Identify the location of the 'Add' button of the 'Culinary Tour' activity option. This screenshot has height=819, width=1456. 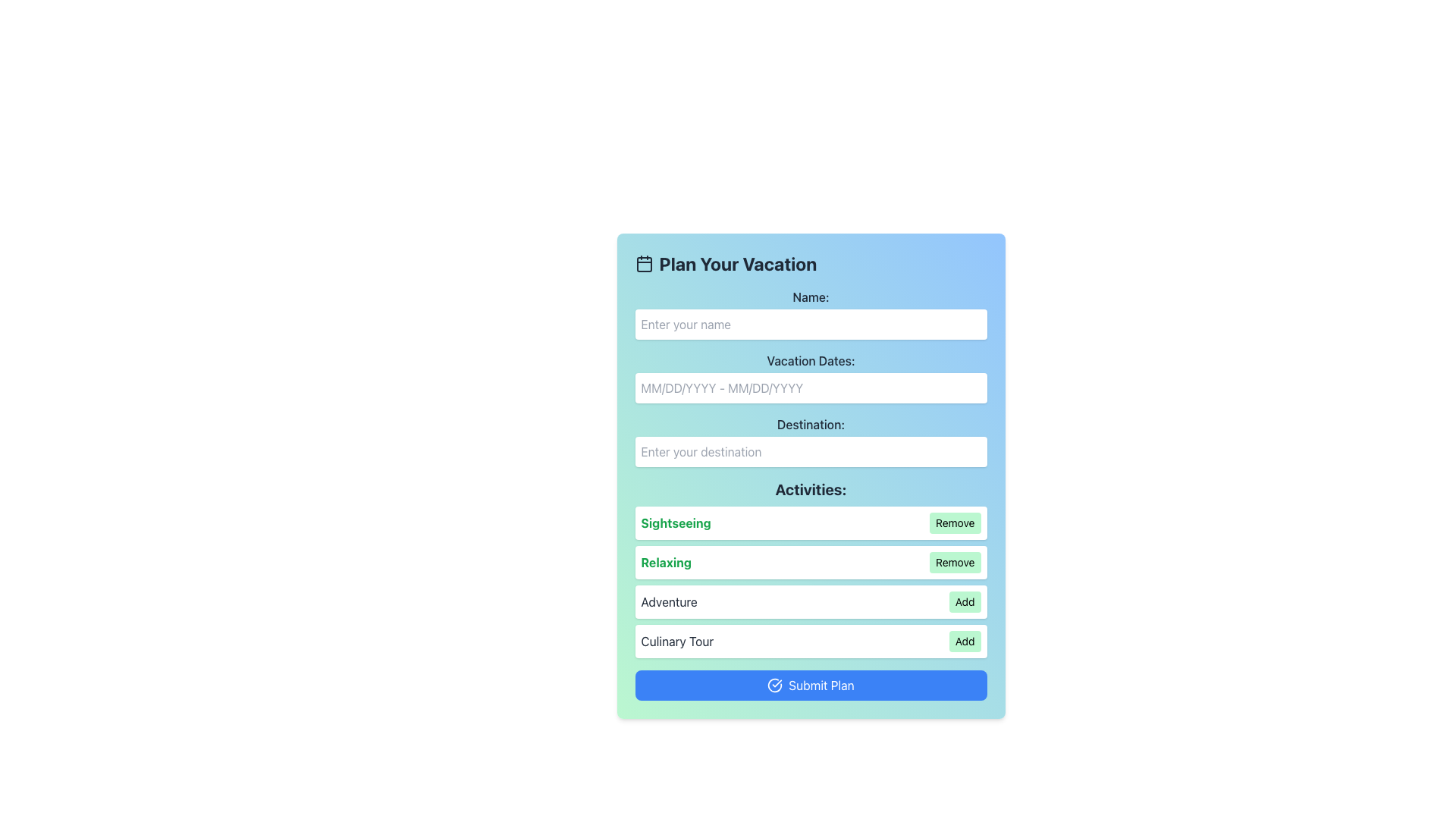
(810, 641).